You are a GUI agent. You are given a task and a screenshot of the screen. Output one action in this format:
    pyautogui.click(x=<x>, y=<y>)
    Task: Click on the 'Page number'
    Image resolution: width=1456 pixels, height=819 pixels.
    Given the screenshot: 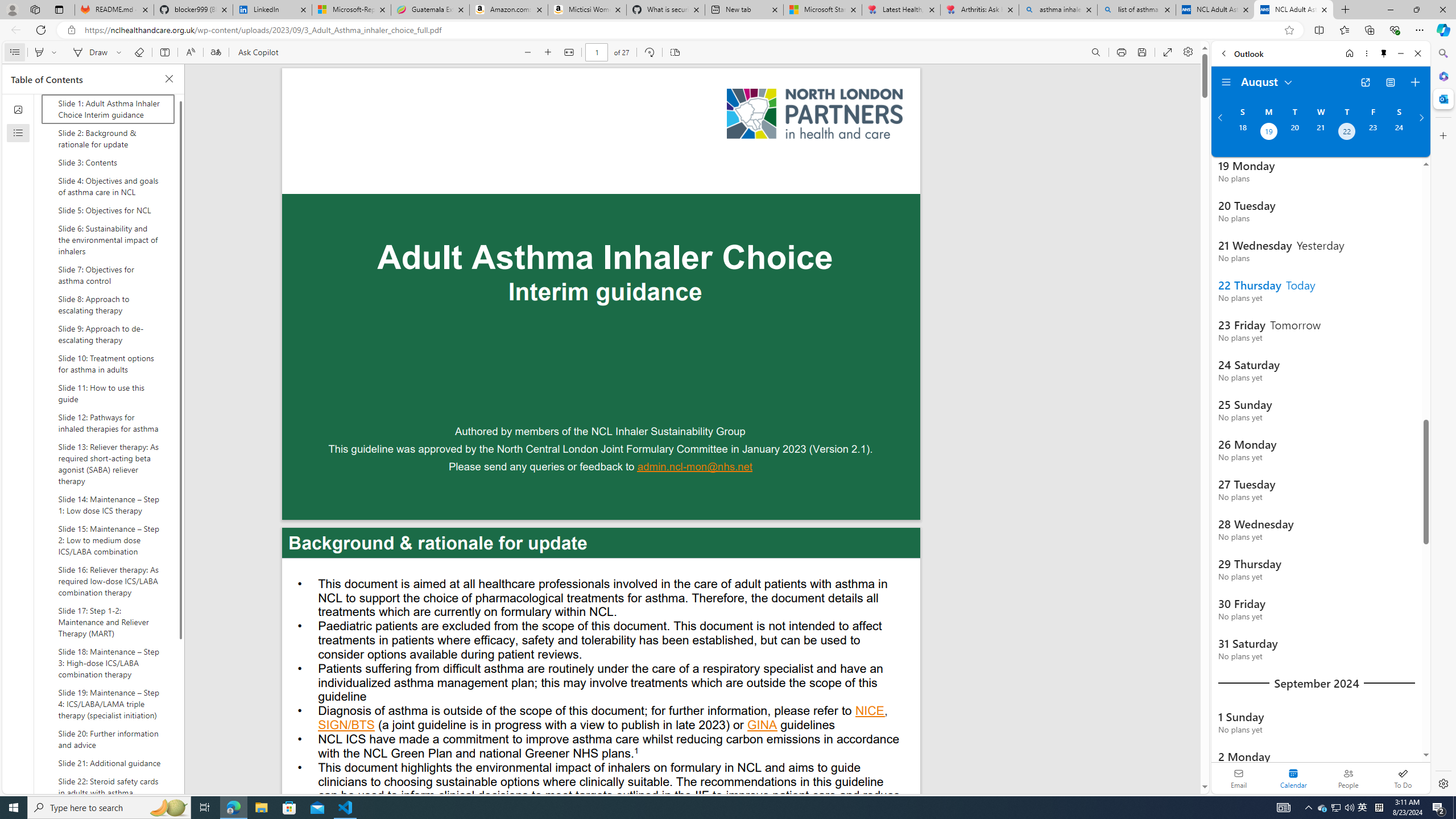 What is the action you would take?
    pyautogui.click(x=596, y=52)
    